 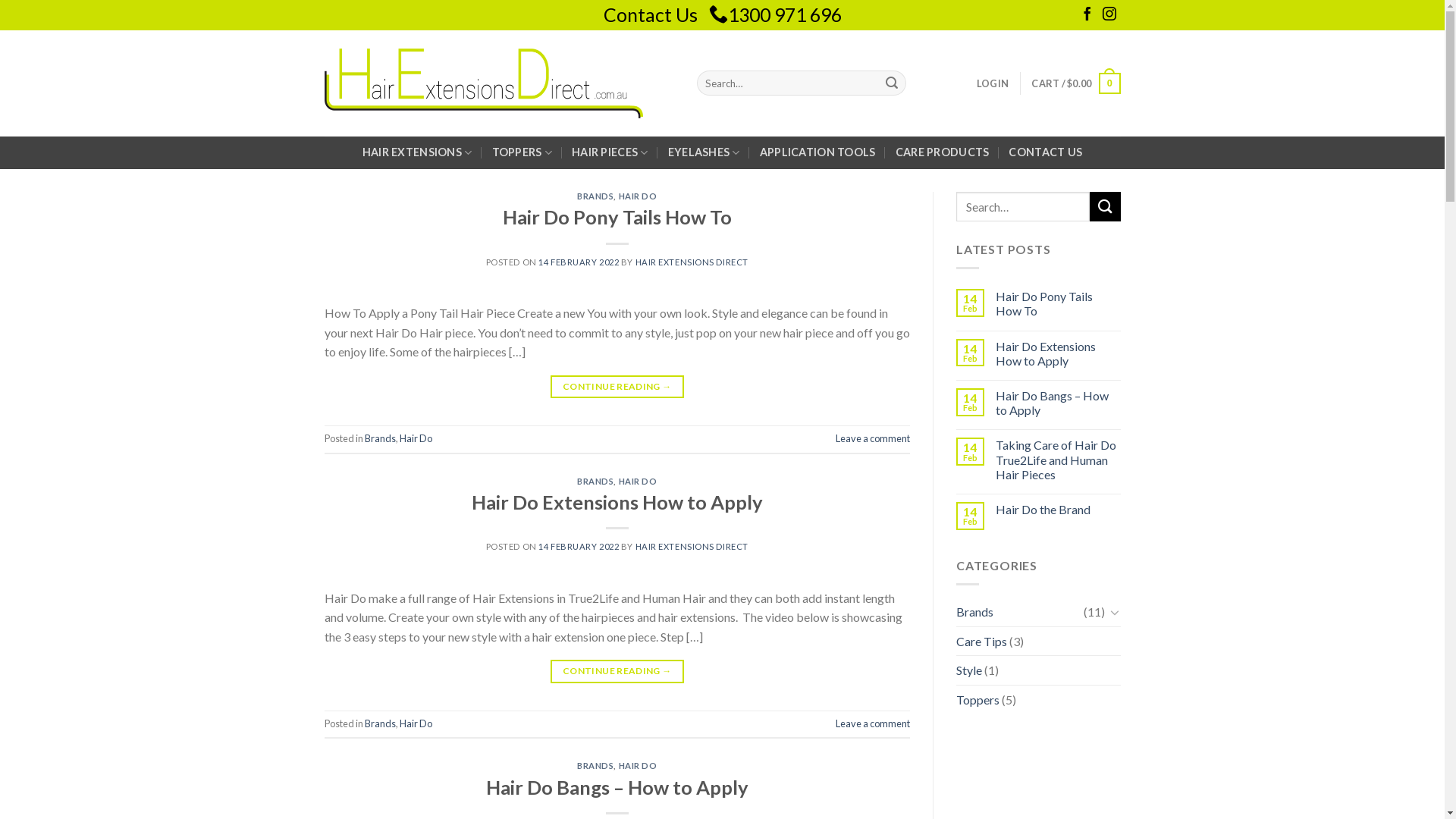 What do you see at coordinates (817, 152) in the screenshot?
I see `'APPLICATION TOOLS'` at bounding box center [817, 152].